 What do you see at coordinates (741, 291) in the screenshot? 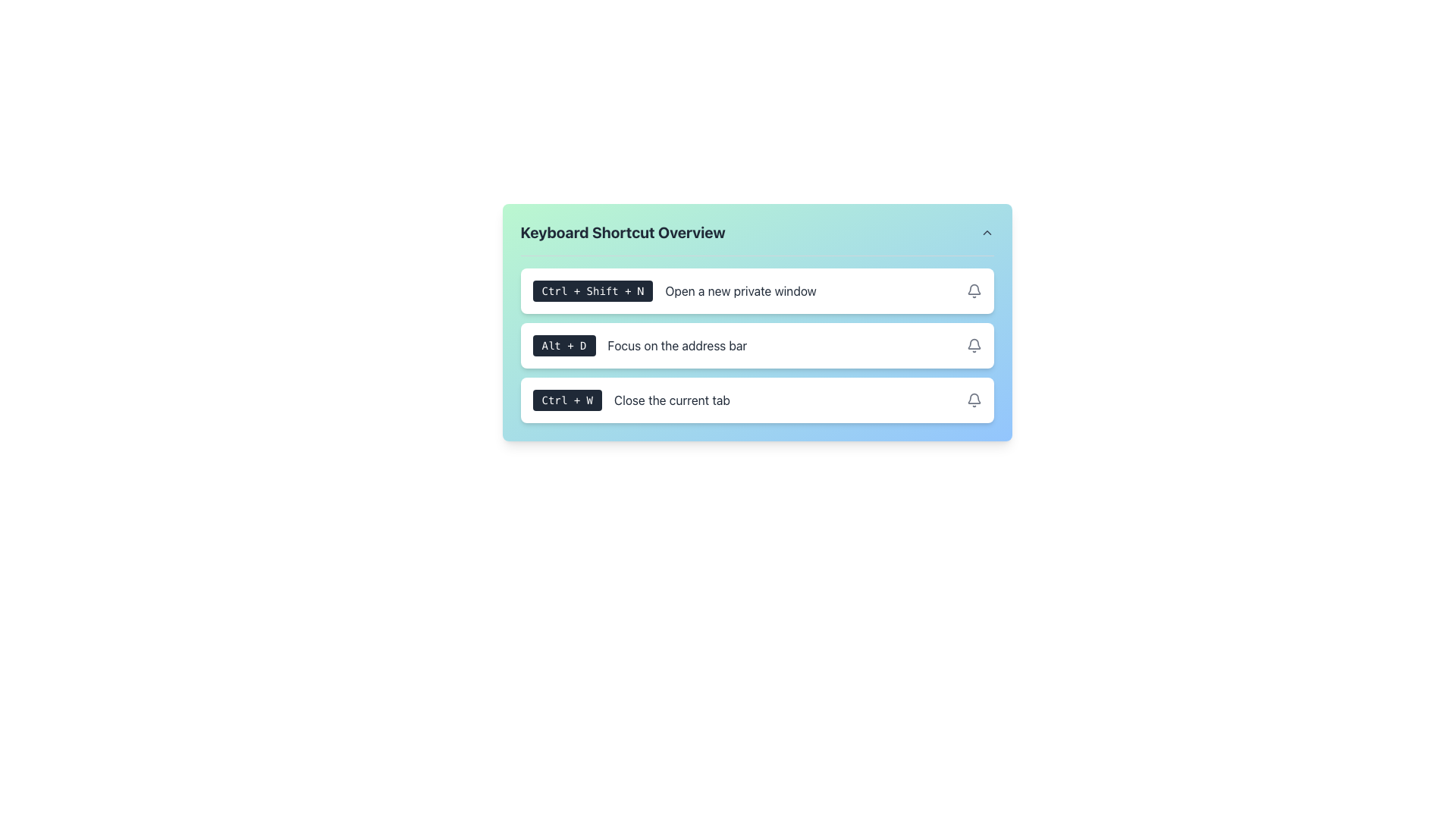
I see `text content of the label displaying 'Open a new private window' which is located between the keyboard shortcut 'Ctrl + Shift + N' and a bell-shaped icon in the first row of shortcut descriptions` at bounding box center [741, 291].